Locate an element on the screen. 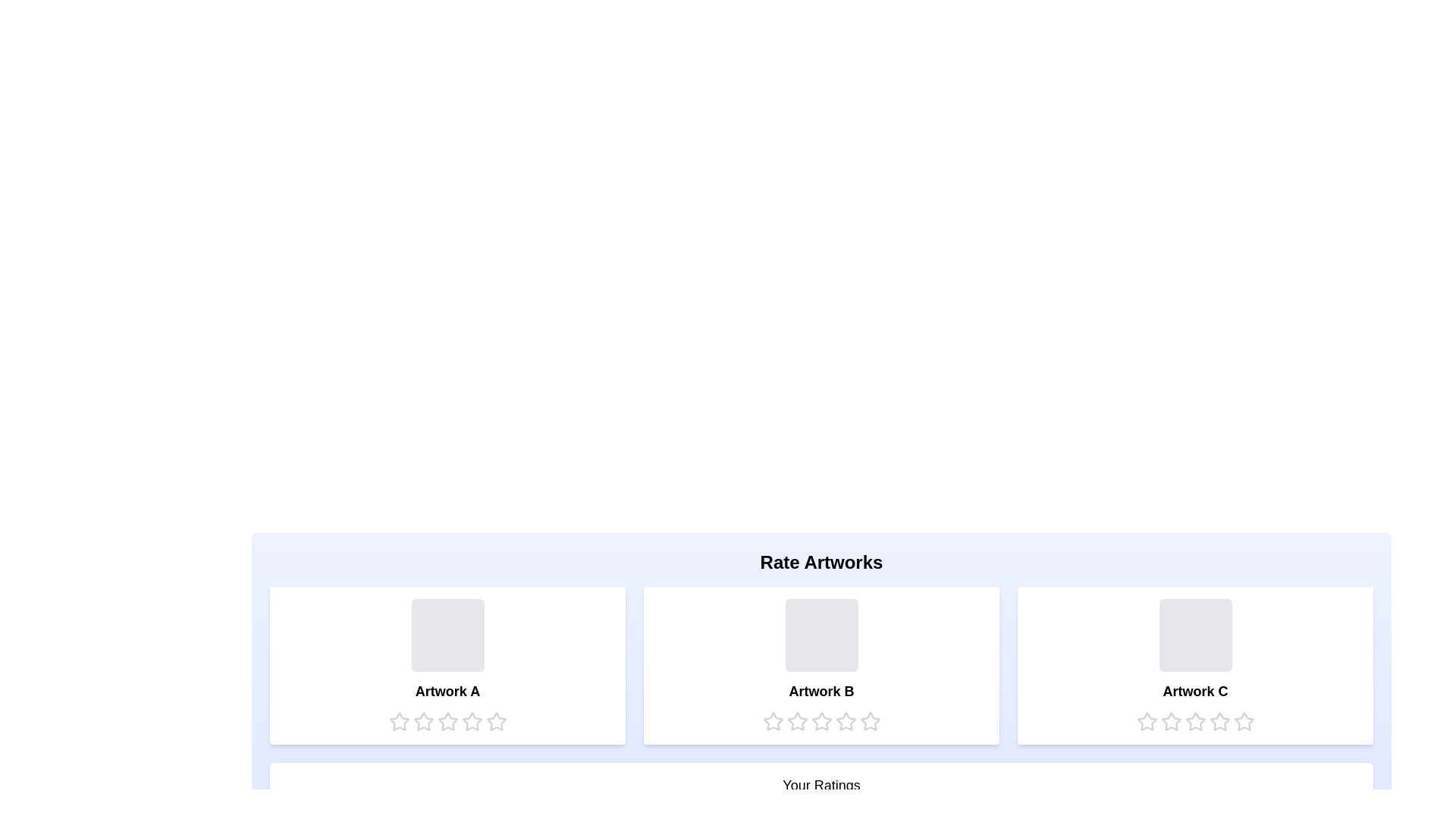 The width and height of the screenshot is (1456, 819). the star corresponding to the rating 5 for the artwork Artwork A is located at coordinates (496, 721).